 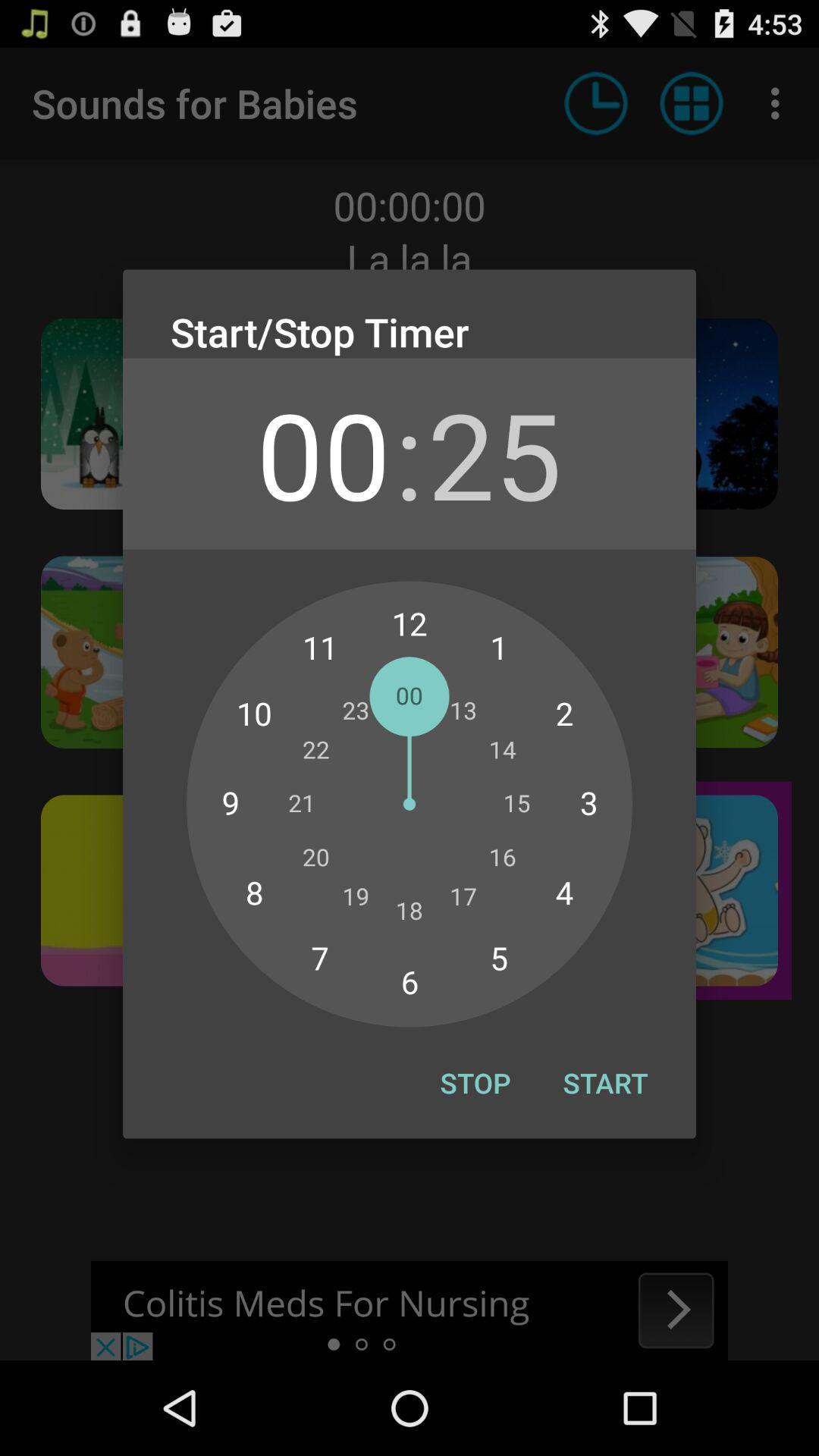 I want to click on the icon below the start/stop timer icon, so click(x=494, y=453).